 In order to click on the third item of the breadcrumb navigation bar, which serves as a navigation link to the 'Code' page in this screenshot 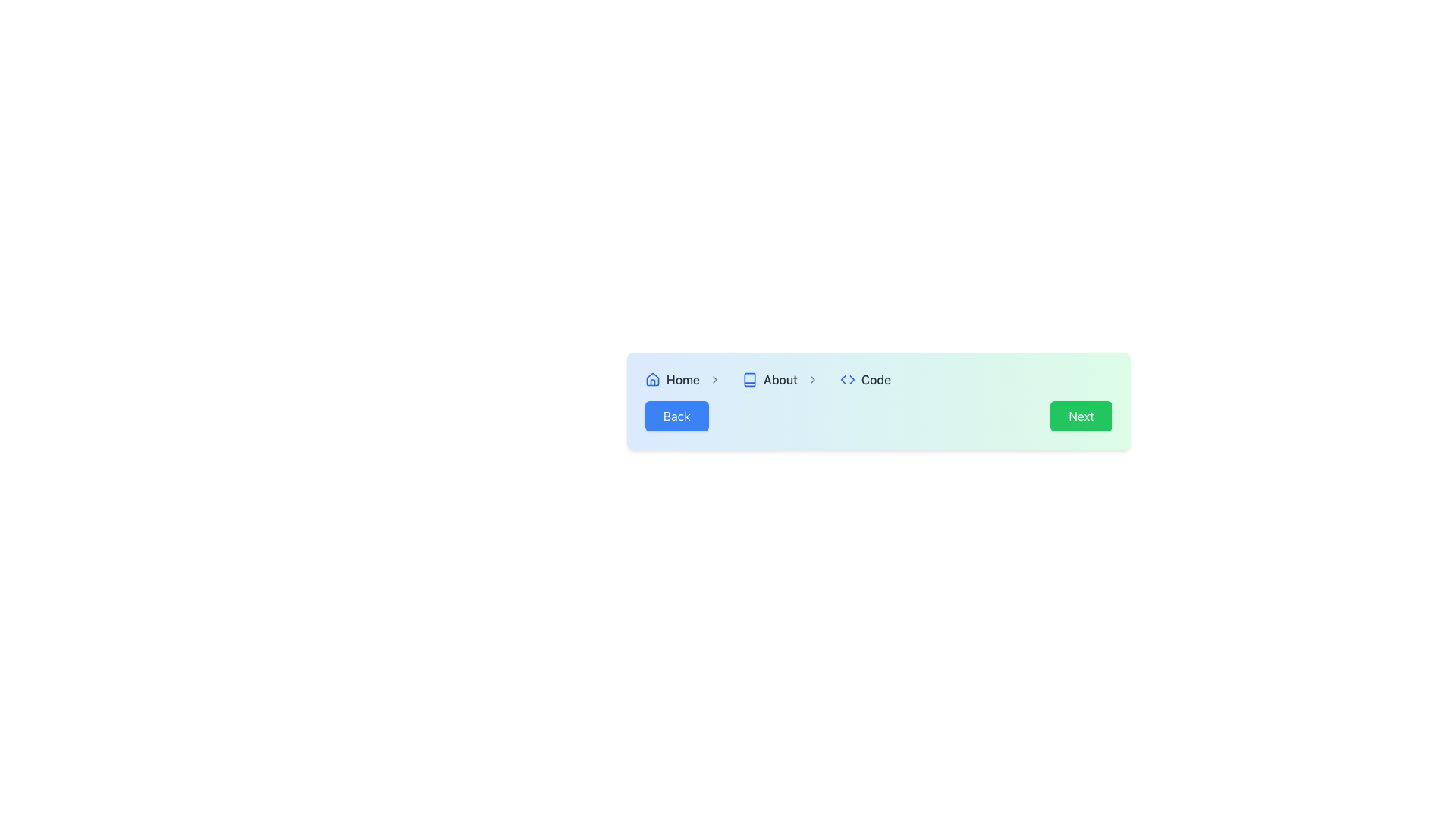, I will do `click(865, 379)`.